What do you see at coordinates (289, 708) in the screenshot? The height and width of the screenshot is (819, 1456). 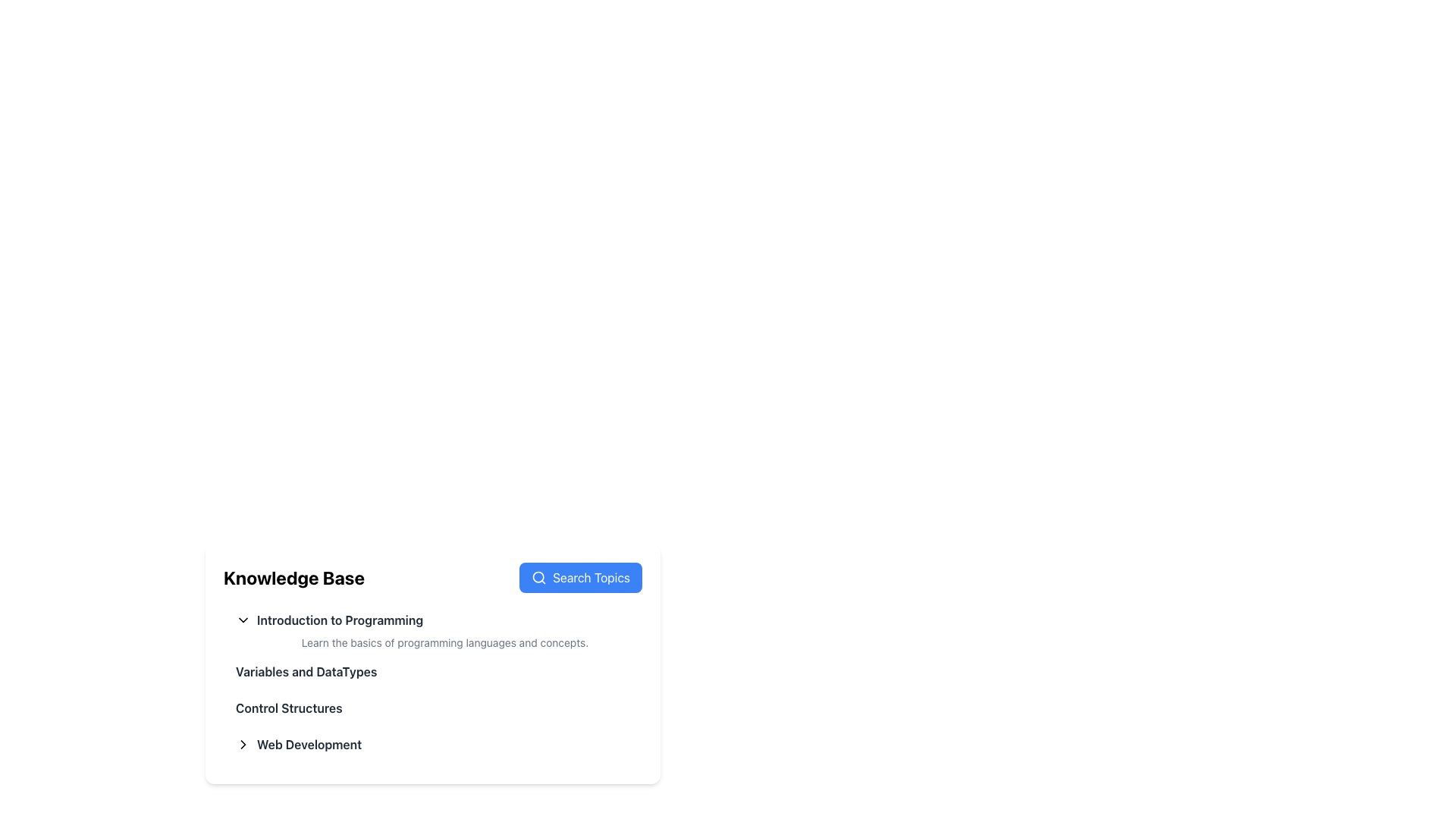 I see `text of the bold label element labeled 'Control Structures', which is positioned under the heading 'Variables and DataTypes' in the 'Knowledge Base' section` at bounding box center [289, 708].